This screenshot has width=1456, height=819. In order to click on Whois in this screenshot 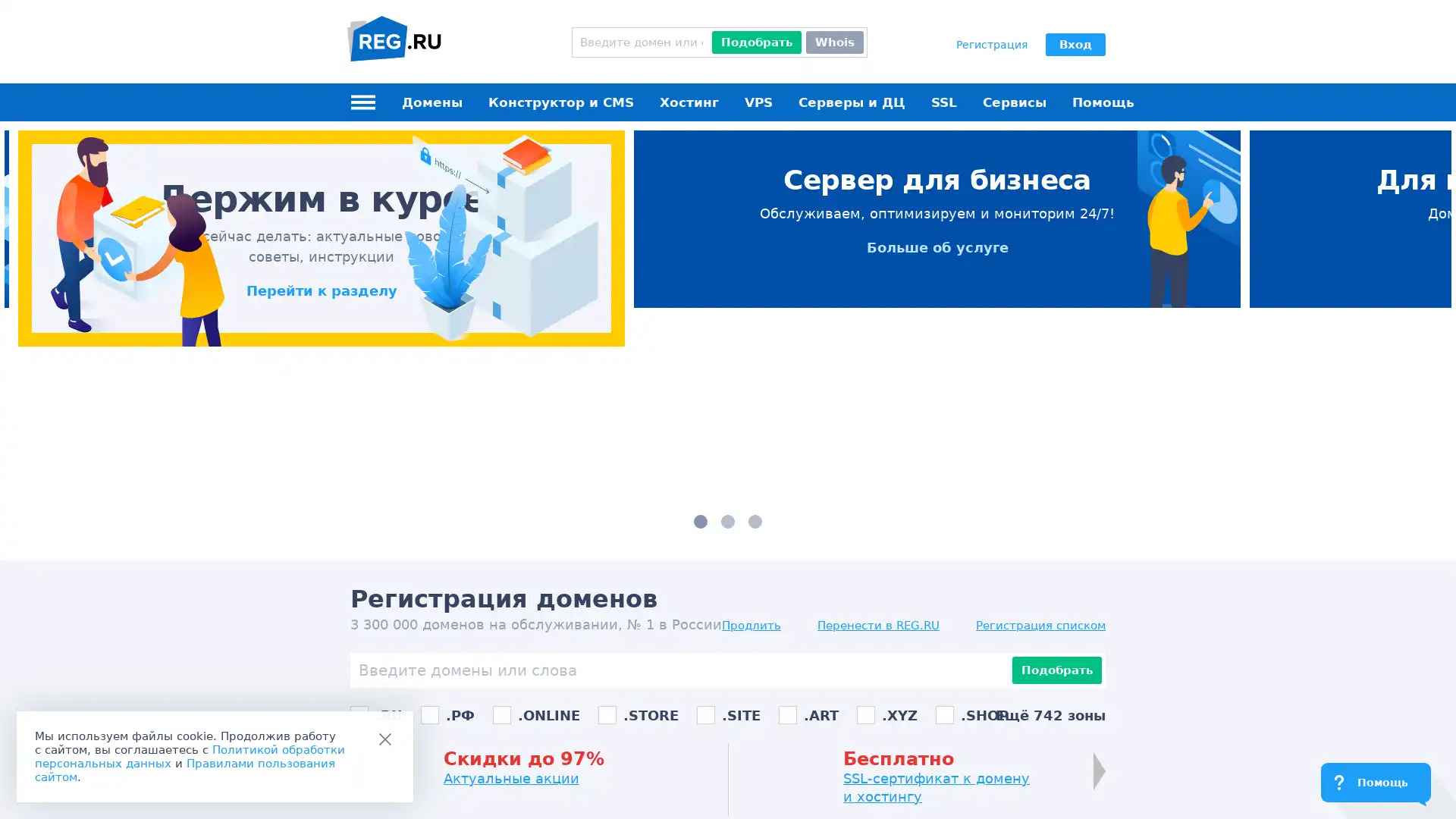, I will do `click(833, 42)`.